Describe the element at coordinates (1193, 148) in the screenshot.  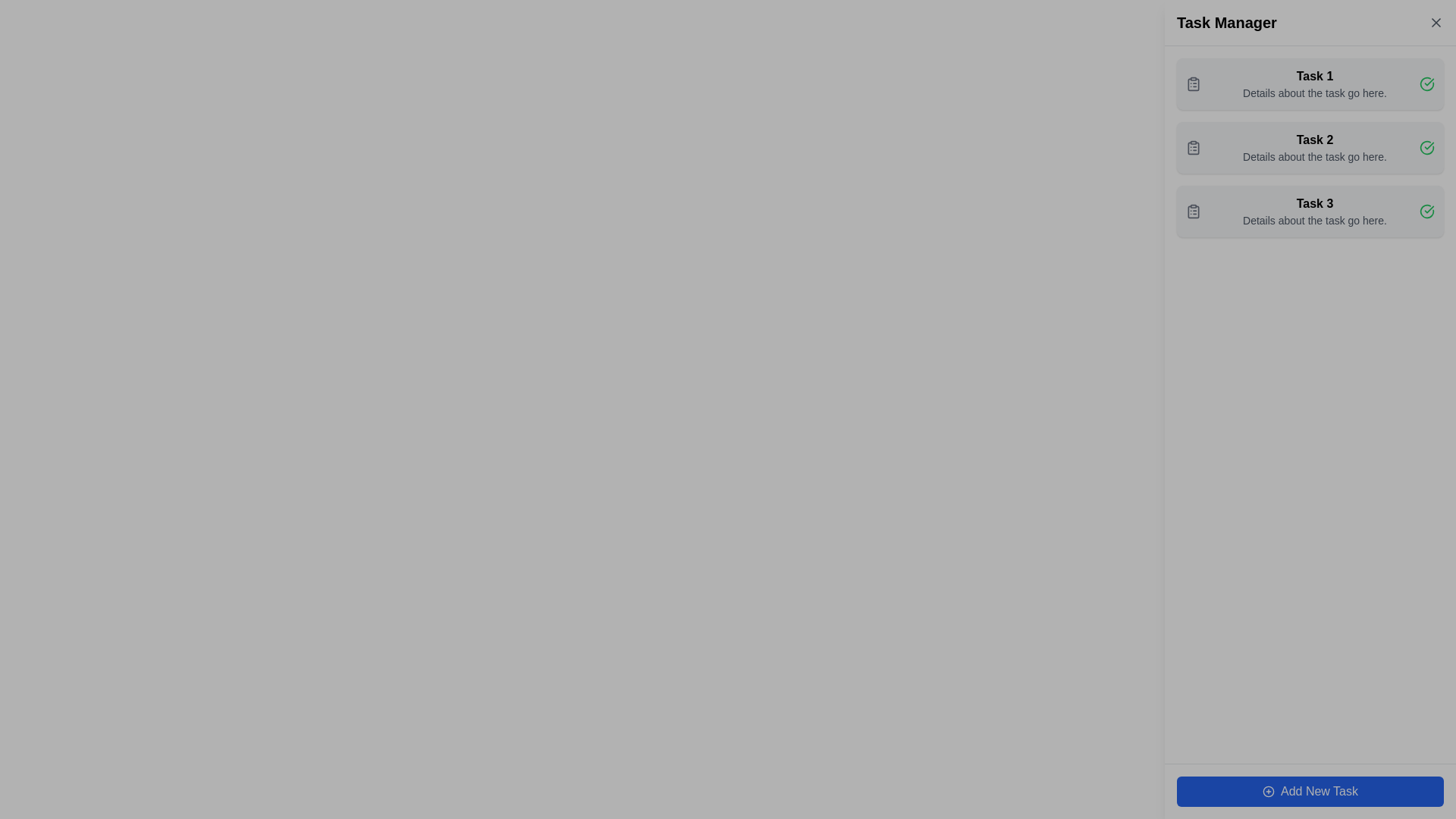
I see `the leftmost icon representing 'Task 2' in the task item panel, which visually indicates the task` at that location.